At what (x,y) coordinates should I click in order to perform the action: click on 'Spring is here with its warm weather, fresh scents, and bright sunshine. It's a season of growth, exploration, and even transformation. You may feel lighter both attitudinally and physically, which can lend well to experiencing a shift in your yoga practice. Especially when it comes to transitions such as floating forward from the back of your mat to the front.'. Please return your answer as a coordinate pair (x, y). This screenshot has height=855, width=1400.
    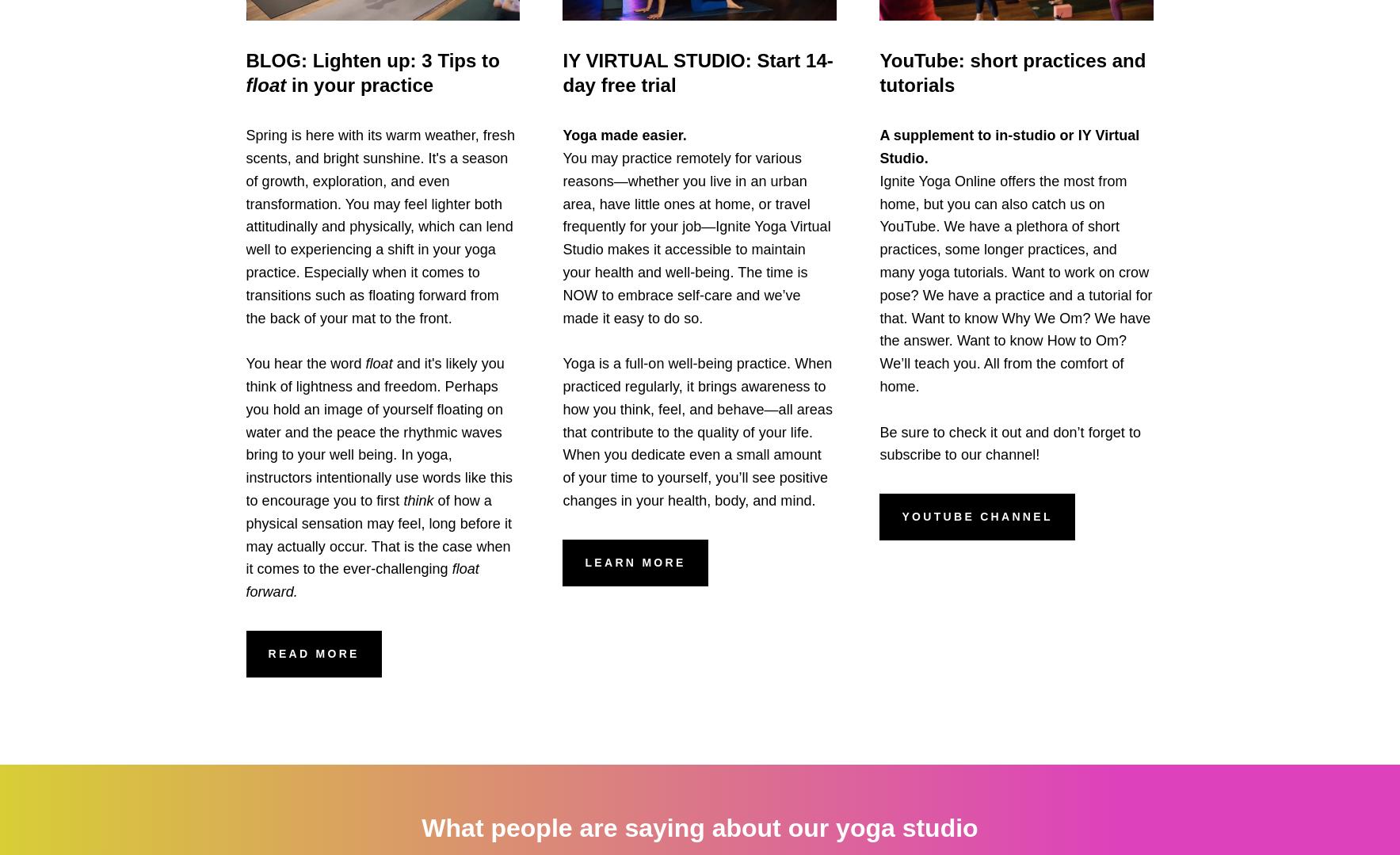
    Looking at the image, I should click on (380, 227).